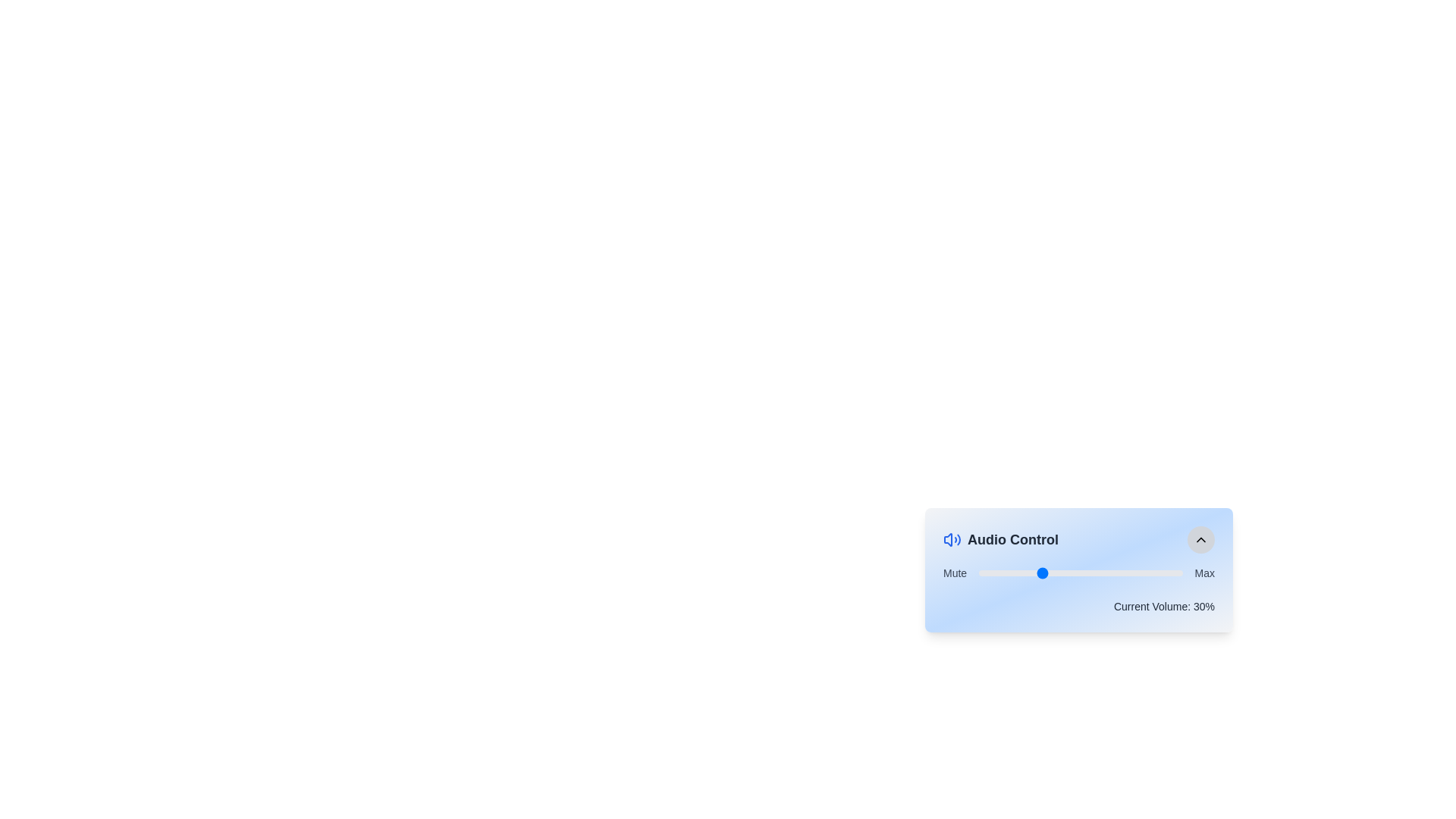  What do you see at coordinates (1019, 573) in the screenshot?
I see `the volume level` at bounding box center [1019, 573].